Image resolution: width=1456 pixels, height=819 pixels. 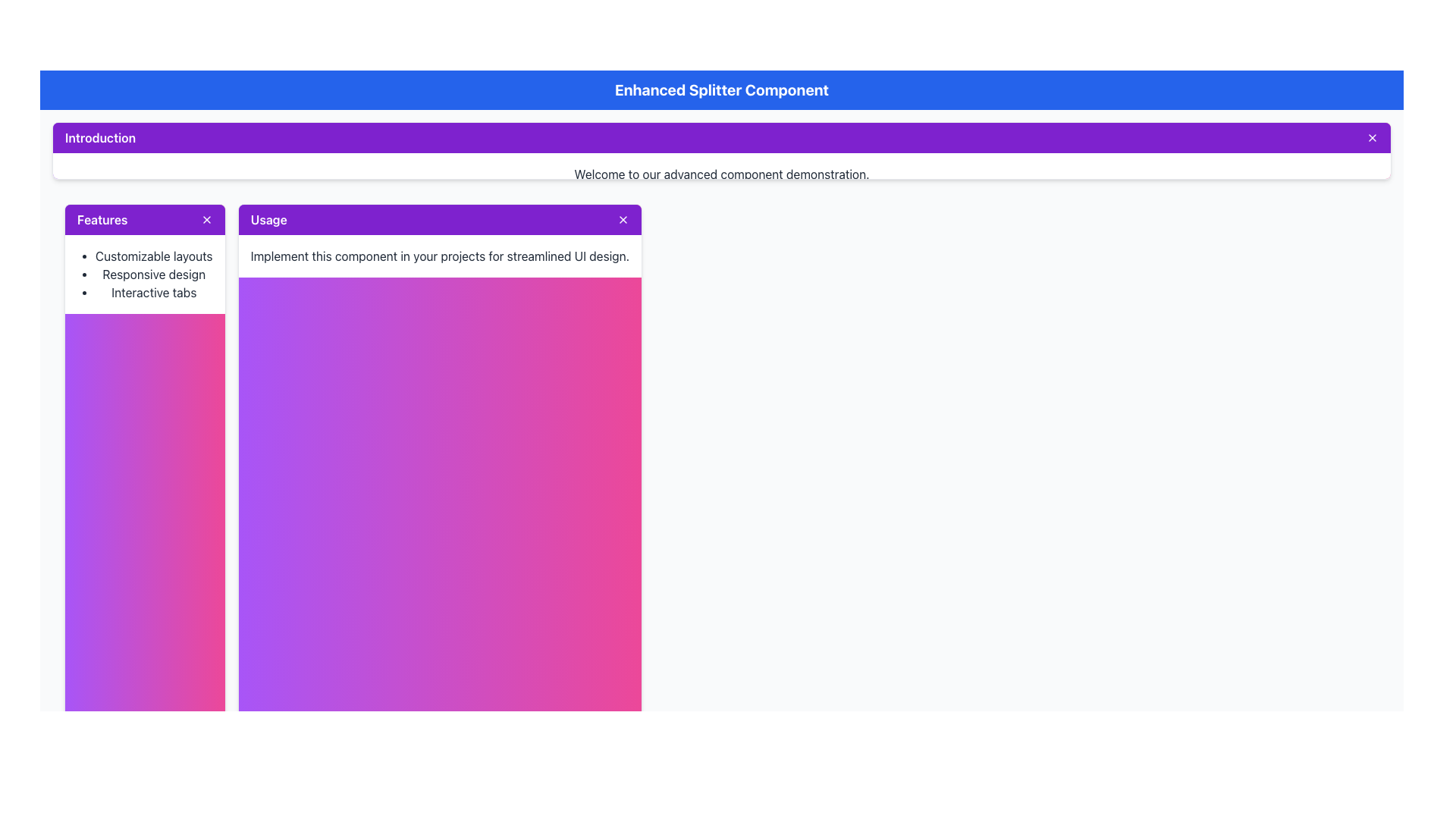 What do you see at coordinates (102, 219) in the screenshot?
I see `the label that serves as the title for the purple panel labeled 'Features' located near the top-left corner of the panel` at bounding box center [102, 219].